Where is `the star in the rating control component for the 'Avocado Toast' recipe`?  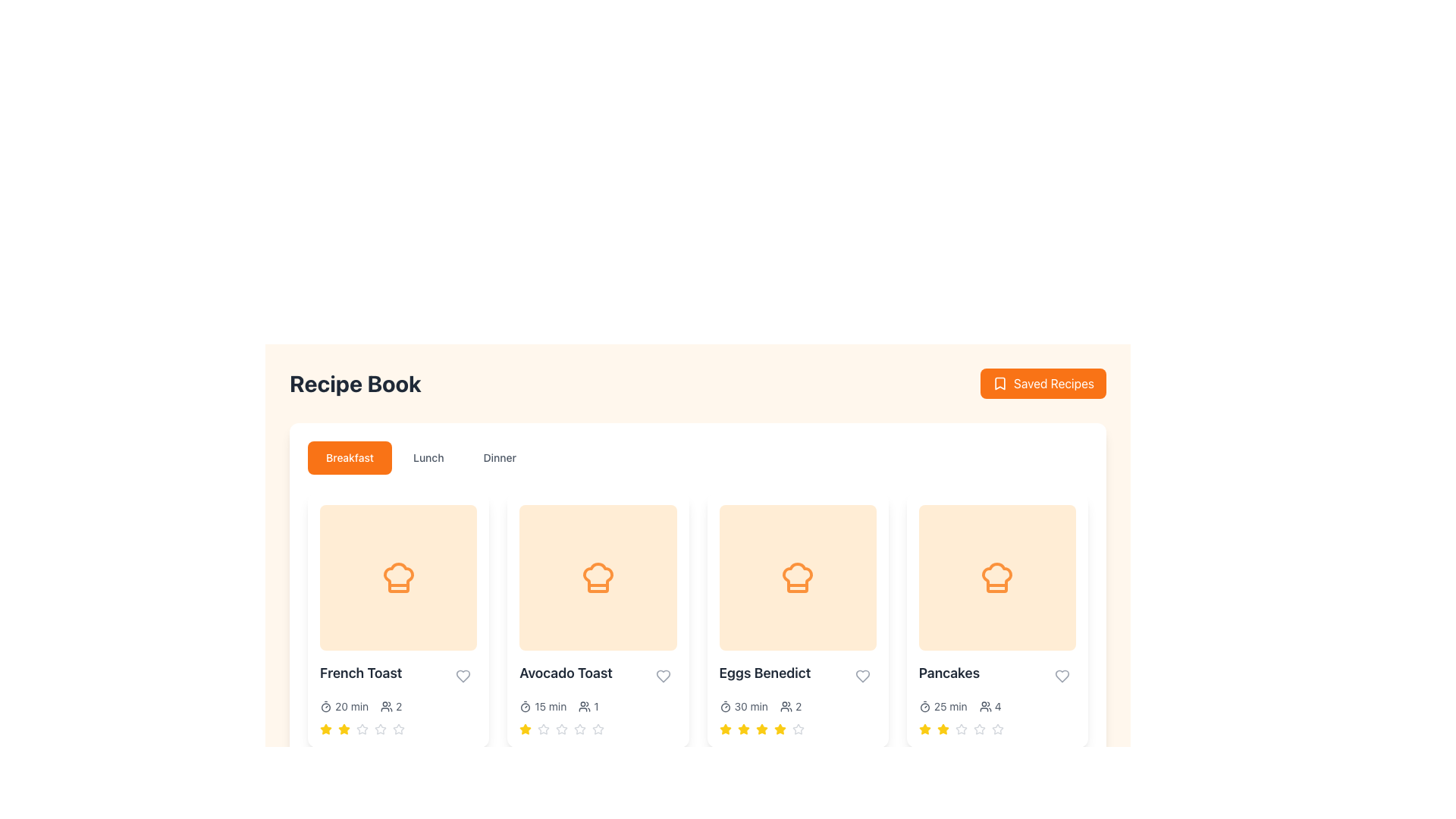
the star in the rating control component for the 'Avocado Toast' recipe is located at coordinates (597, 728).